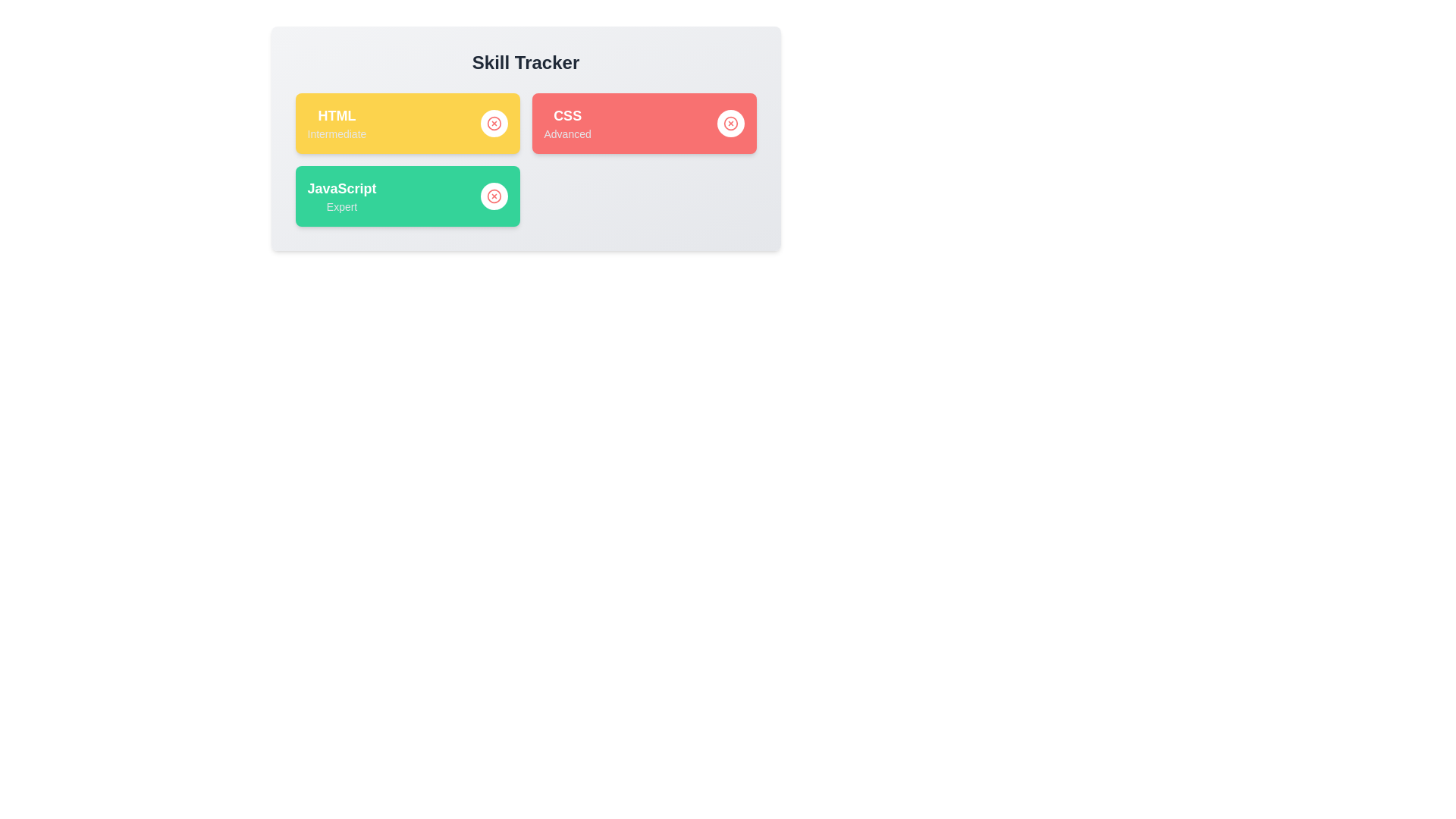 This screenshot has width=1456, height=819. I want to click on remove button next to the skill named HTML, so click(494, 122).